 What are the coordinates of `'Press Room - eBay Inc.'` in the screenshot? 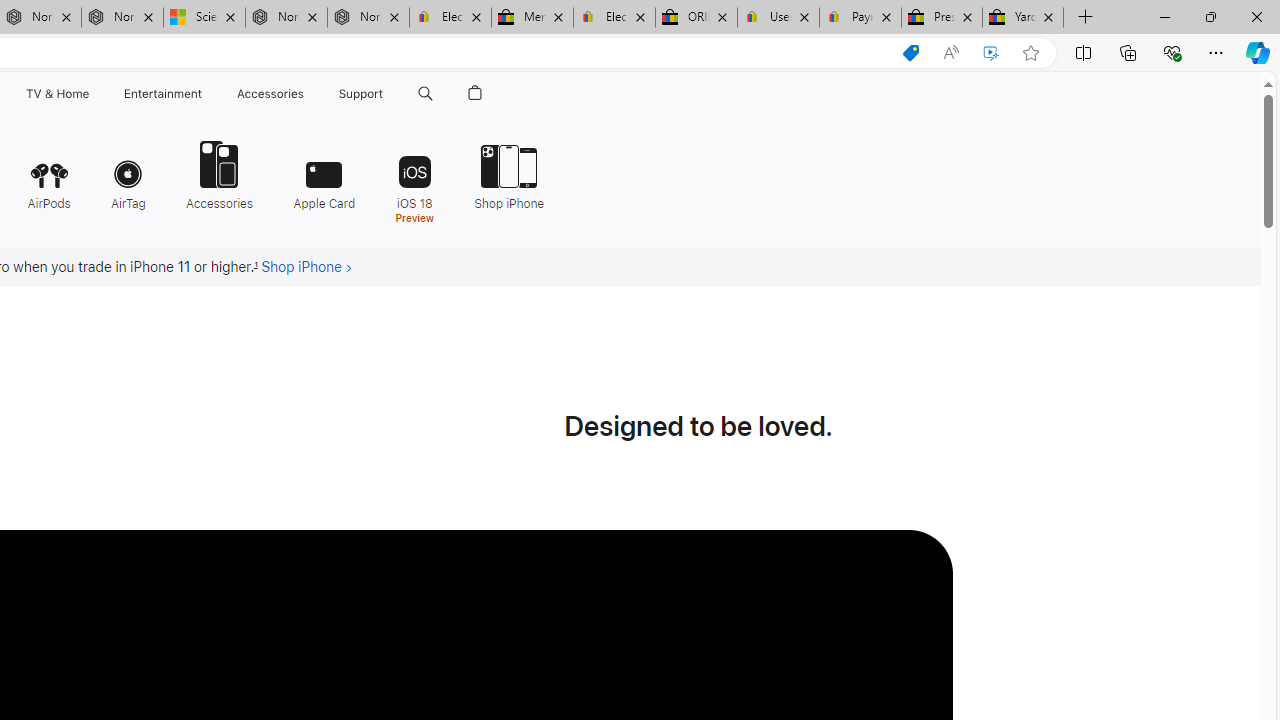 It's located at (941, 17).